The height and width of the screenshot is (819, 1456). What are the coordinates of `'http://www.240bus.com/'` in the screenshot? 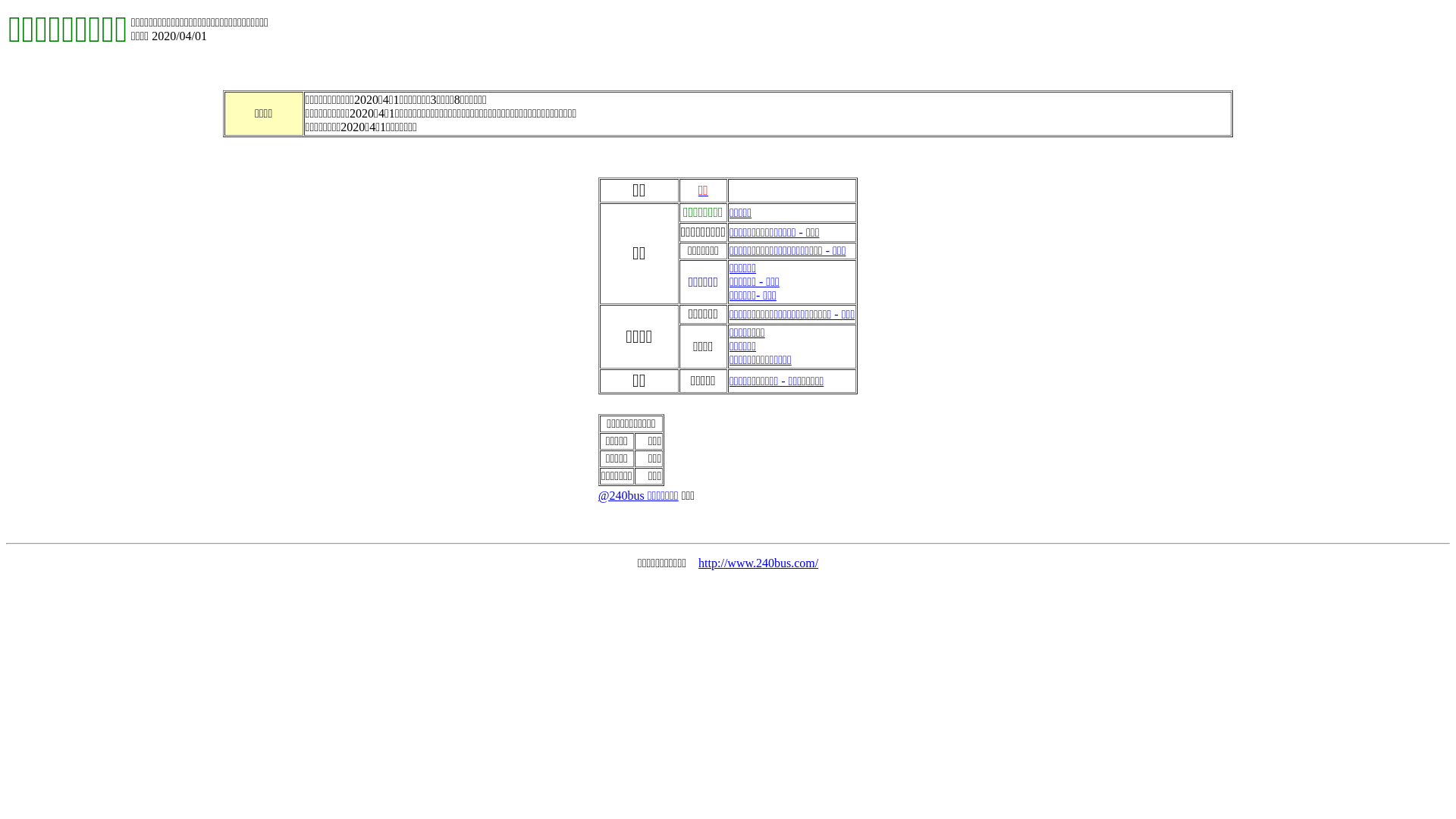 It's located at (758, 563).